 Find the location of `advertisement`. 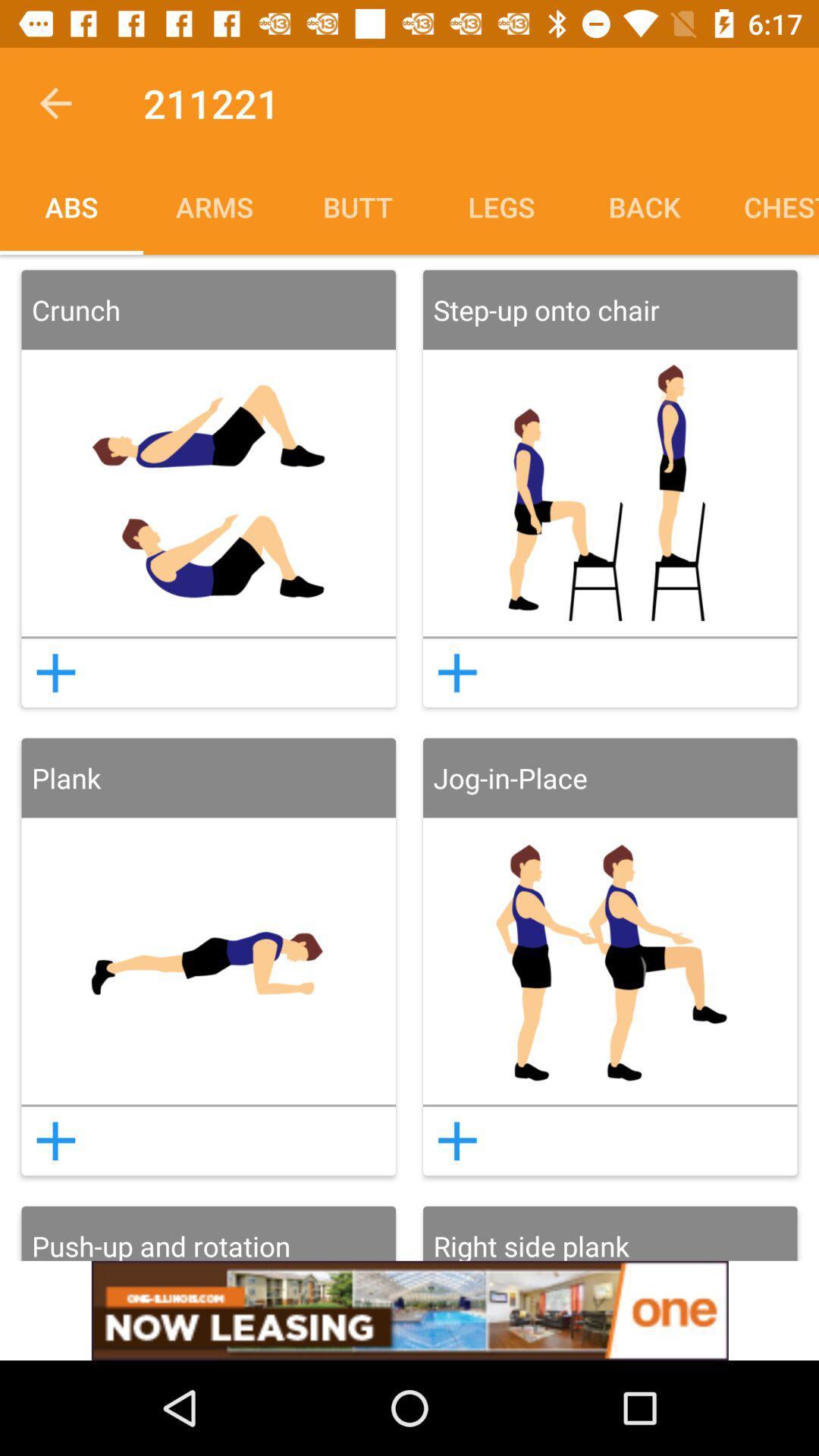

advertisement is located at coordinates (409, 1310).